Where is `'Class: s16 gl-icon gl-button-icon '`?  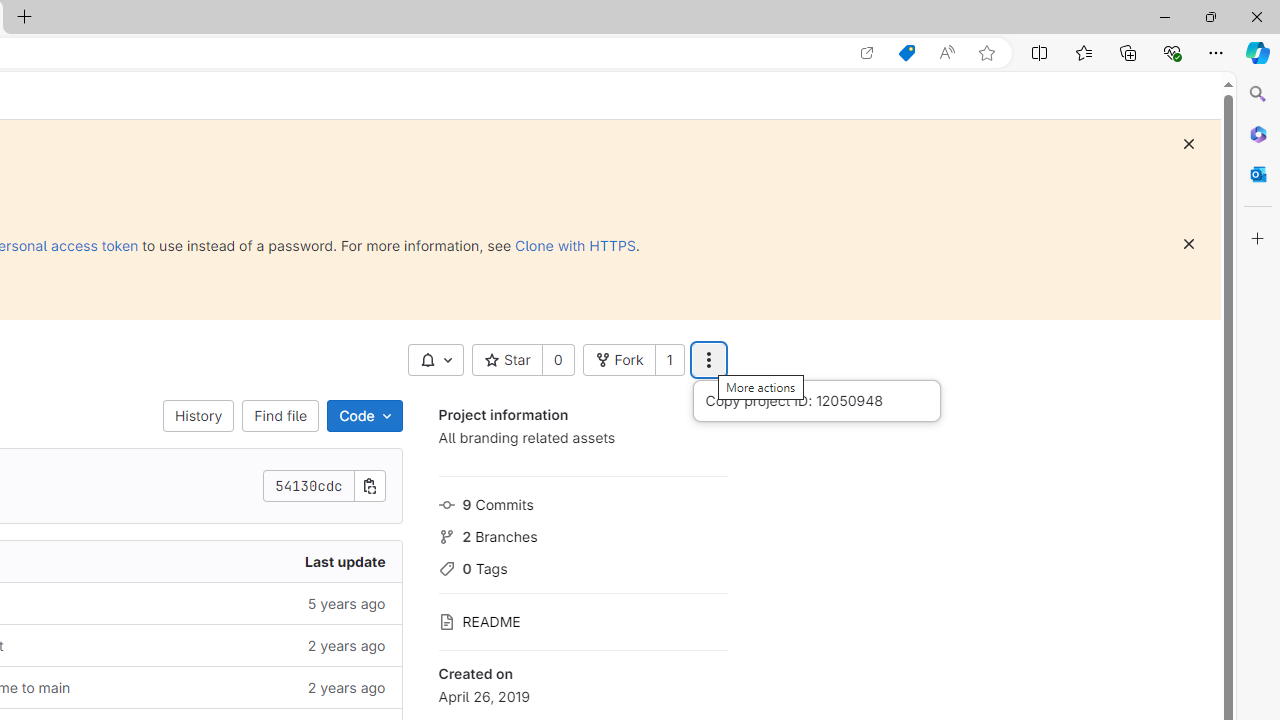
'Class: s16 gl-icon gl-button-icon ' is located at coordinates (1189, 243).